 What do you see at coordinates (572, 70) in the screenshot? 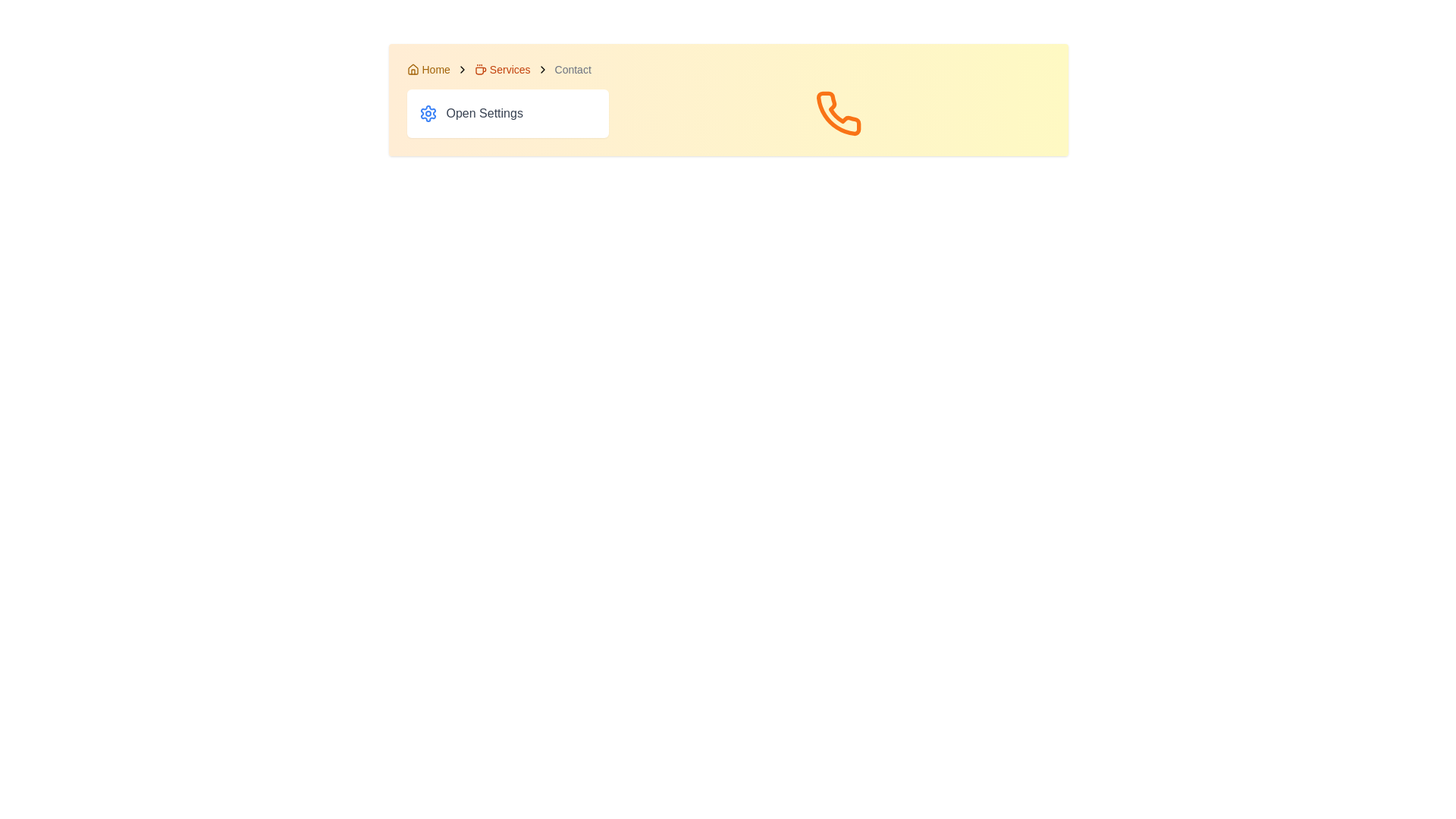
I see `the 'Contact' text label in the breadcrumb navigation component, which is the final item in the sequence, located in the upper central portion of the interface` at bounding box center [572, 70].